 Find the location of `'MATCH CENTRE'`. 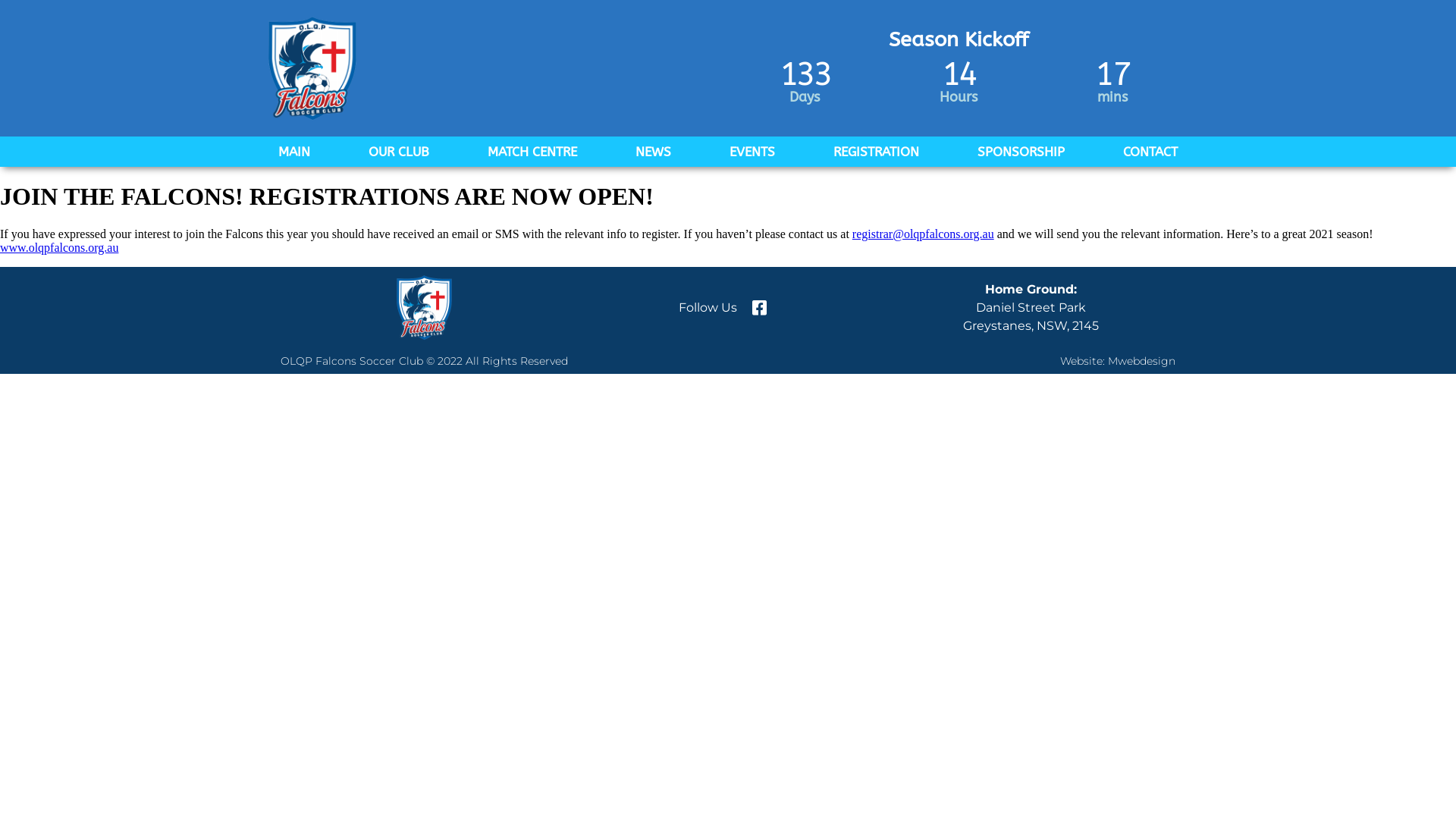

'MATCH CENTRE' is located at coordinates (532, 152).